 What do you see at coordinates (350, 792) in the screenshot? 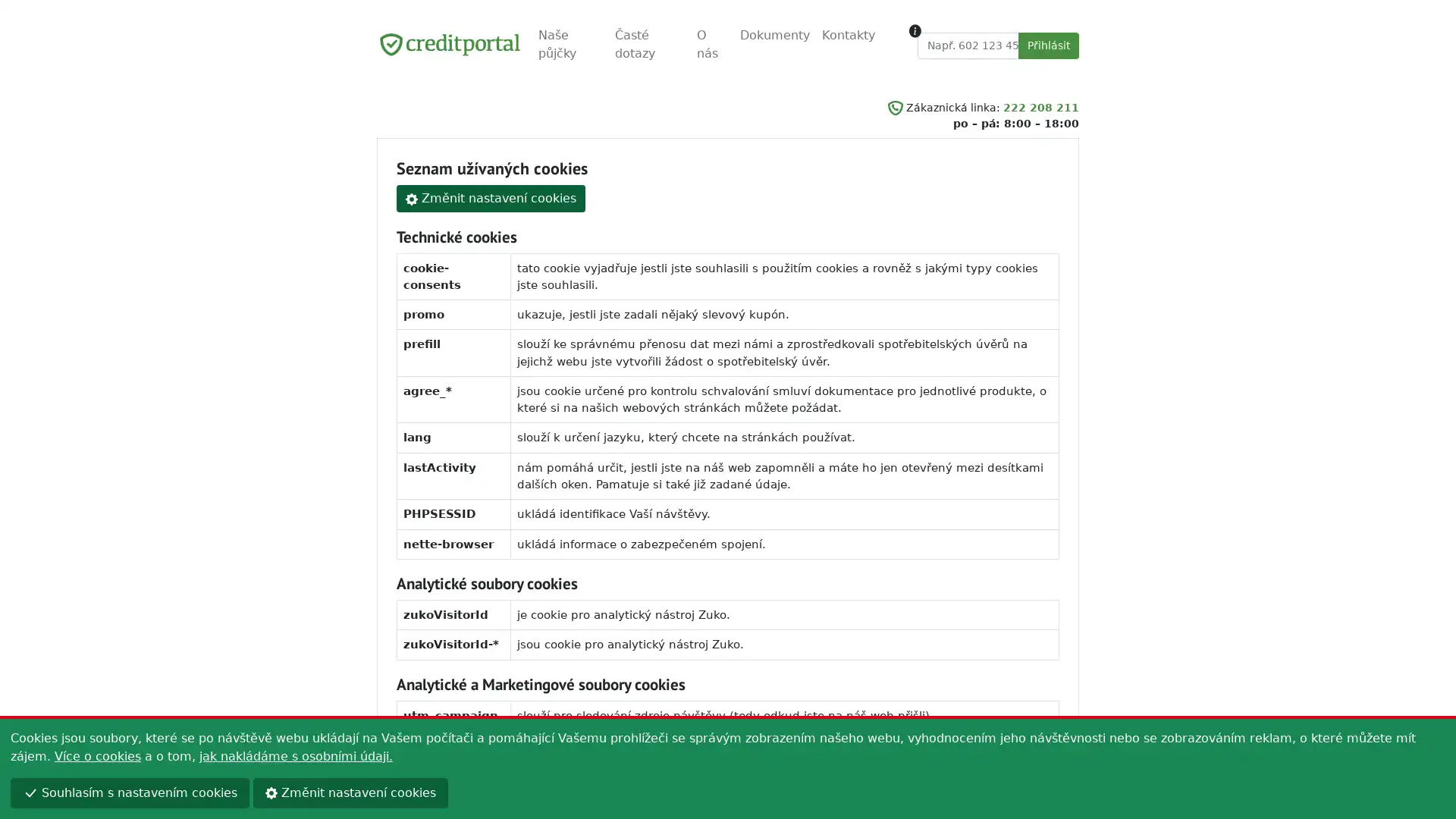
I see `Zmenit nastaveni cookies` at bounding box center [350, 792].